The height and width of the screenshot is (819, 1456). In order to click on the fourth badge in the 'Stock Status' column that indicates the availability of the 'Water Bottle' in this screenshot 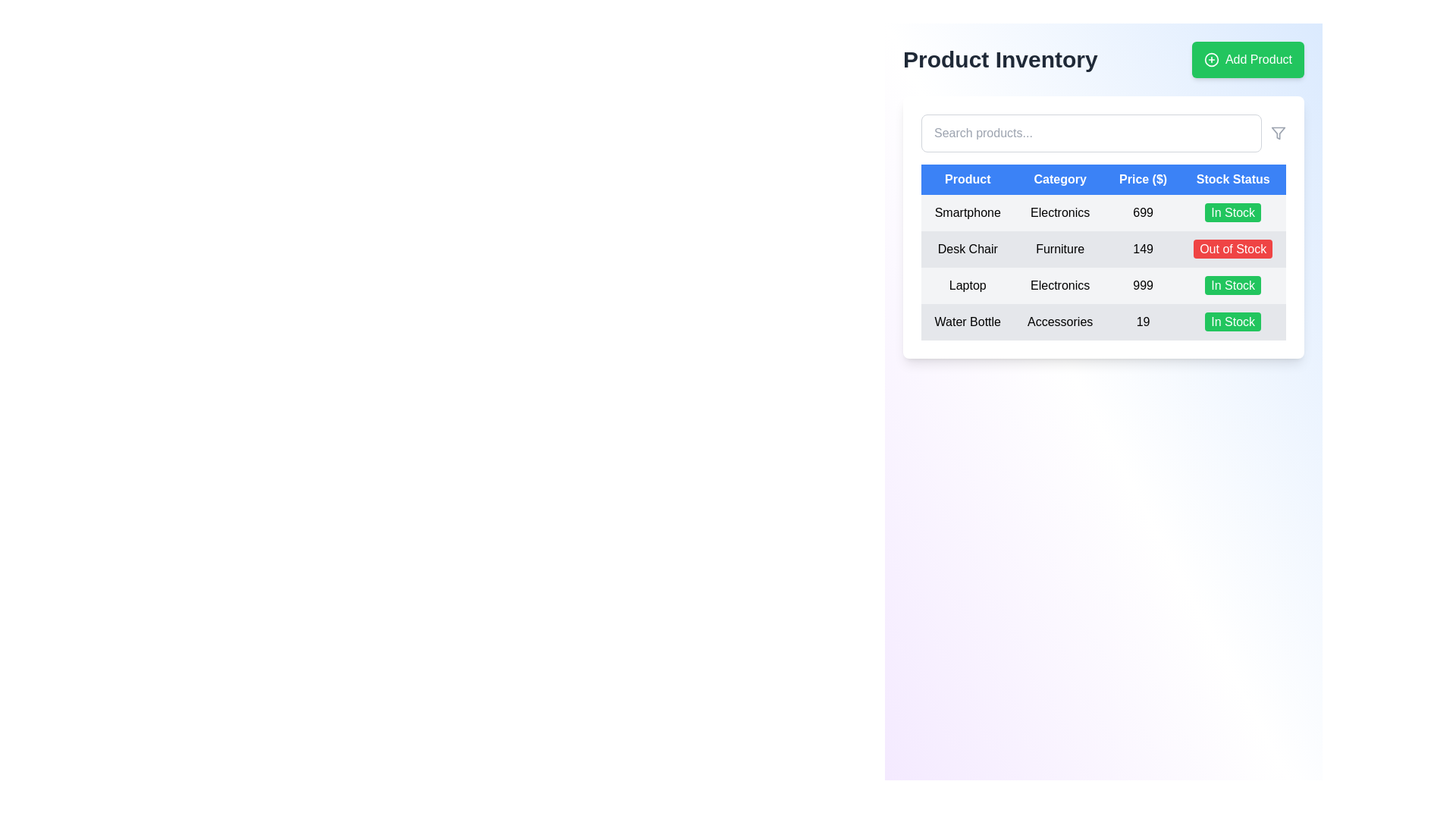, I will do `click(1233, 321)`.